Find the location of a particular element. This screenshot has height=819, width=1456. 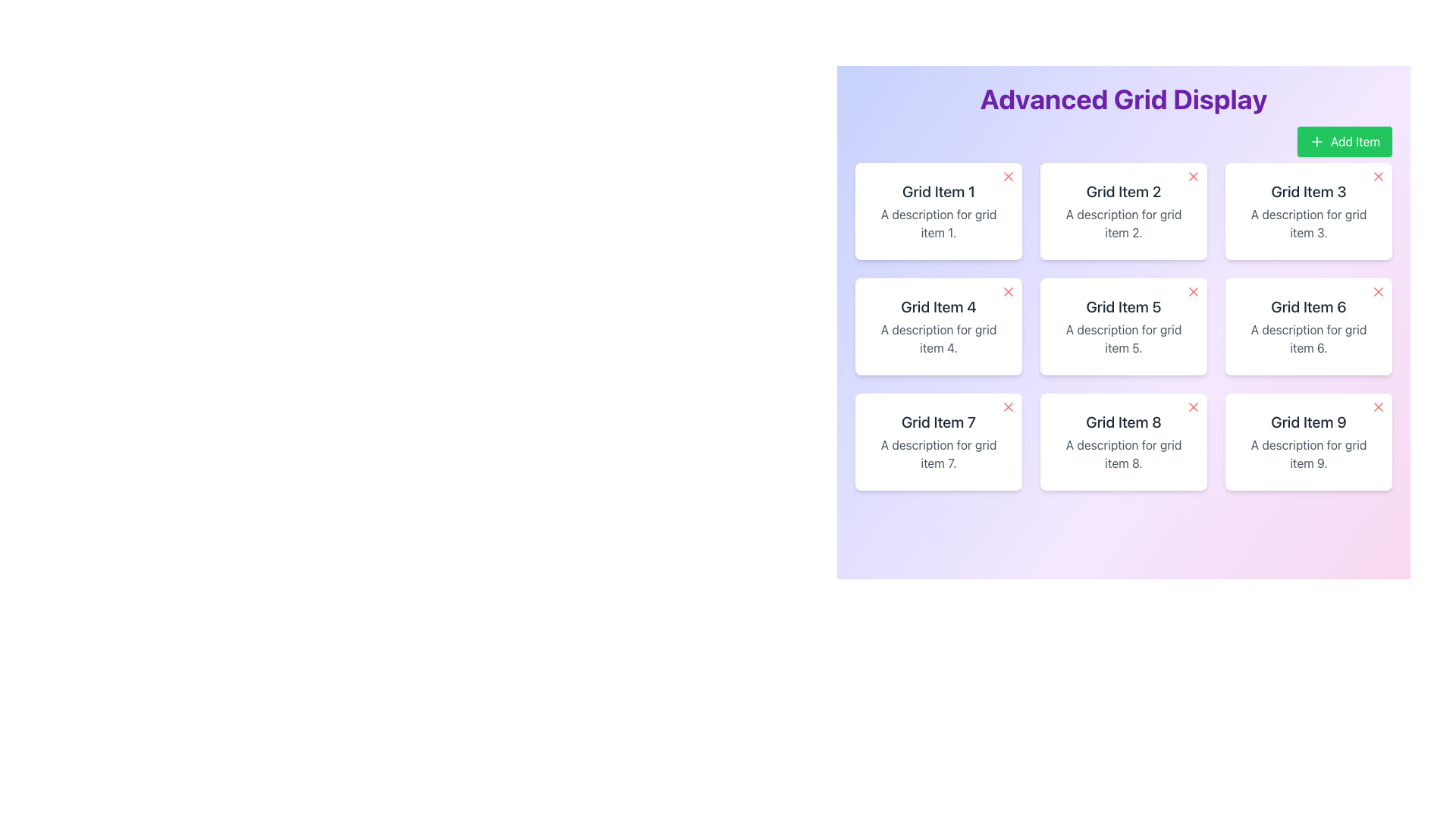

the descriptive text label that provides contextual information about the grid item, located below 'Grid Item 1' title text is located at coordinates (938, 223).